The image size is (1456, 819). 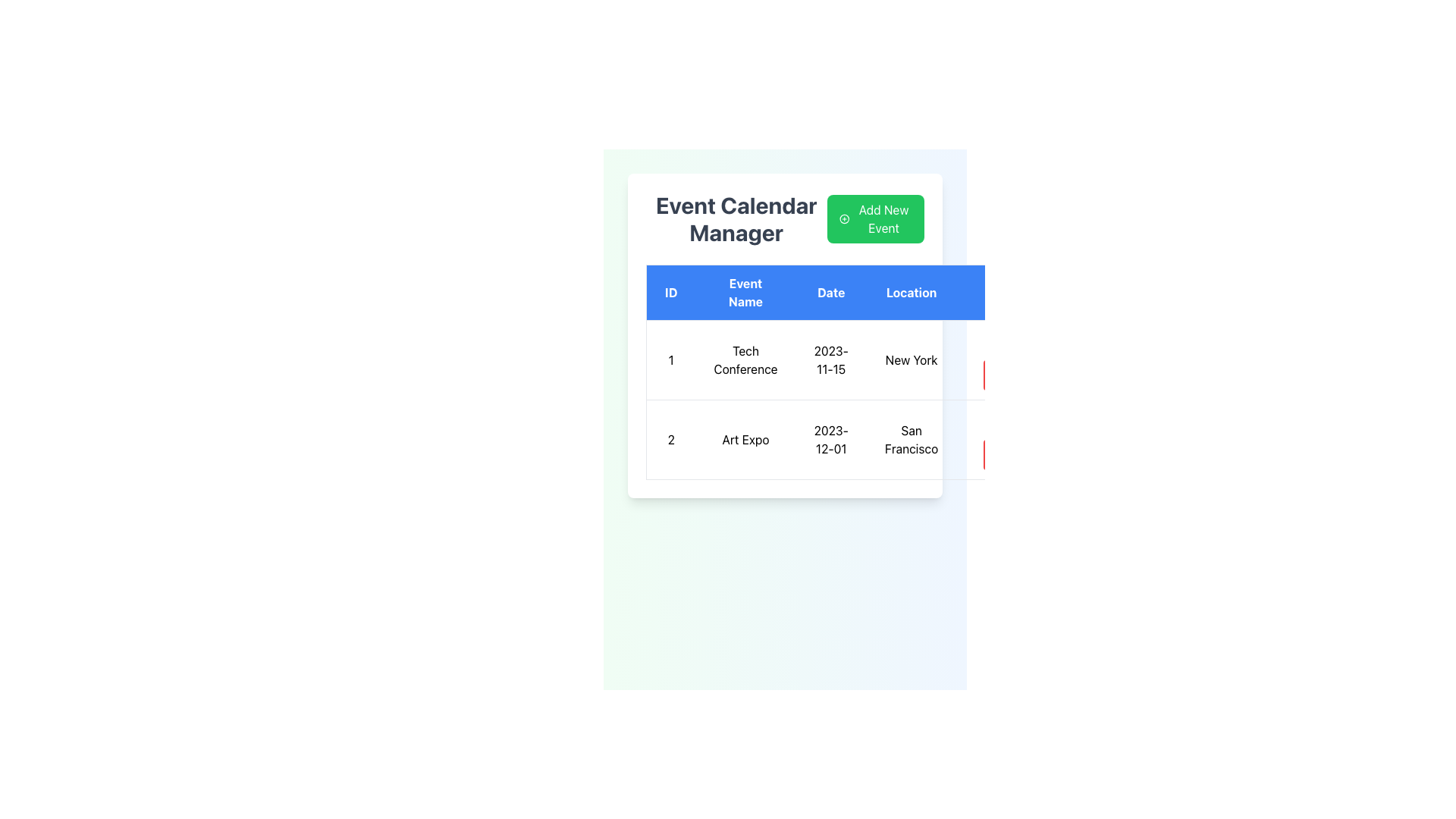 What do you see at coordinates (670, 359) in the screenshot?
I see `the static text element displaying the number '1', which is the first element in the ID column of the structured table` at bounding box center [670, 359].